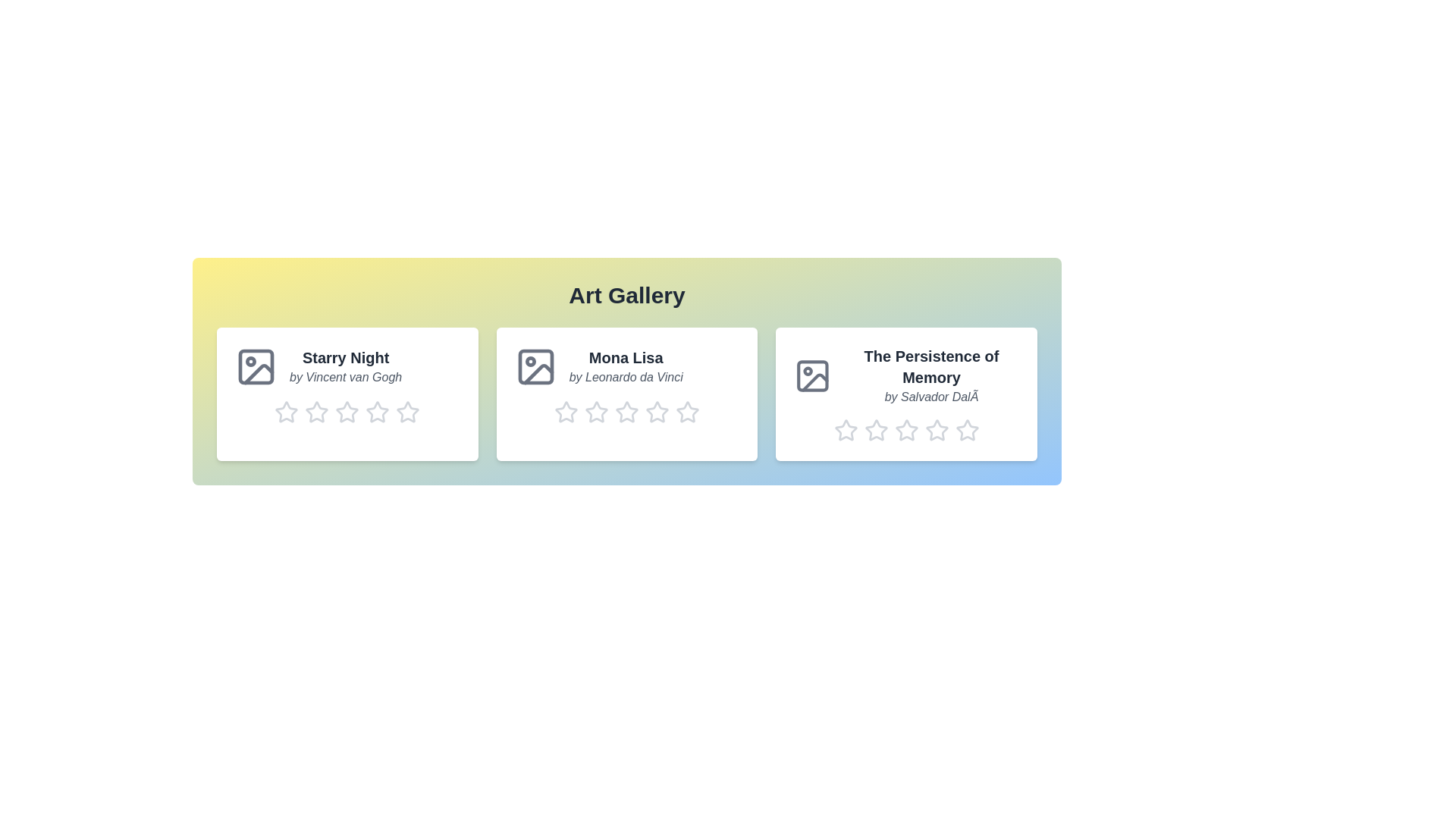 This screenshot has height=819, width=1456. What do you see at coordinates (876, 430) in the screenshot?
I see `the rating for the artwork 'The Persistence of Memory' to 2 stars` at bounding box center [876, 430].